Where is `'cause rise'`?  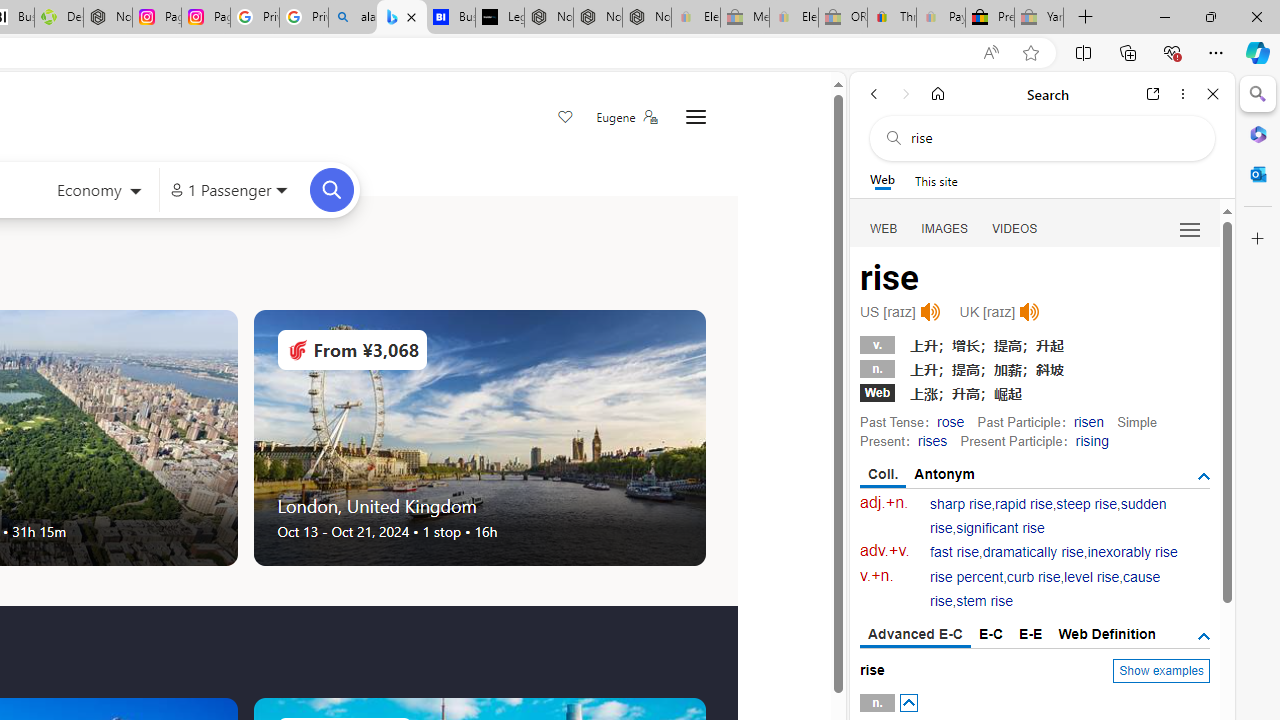 'cause rise' is located at coordinates (1044, 588).